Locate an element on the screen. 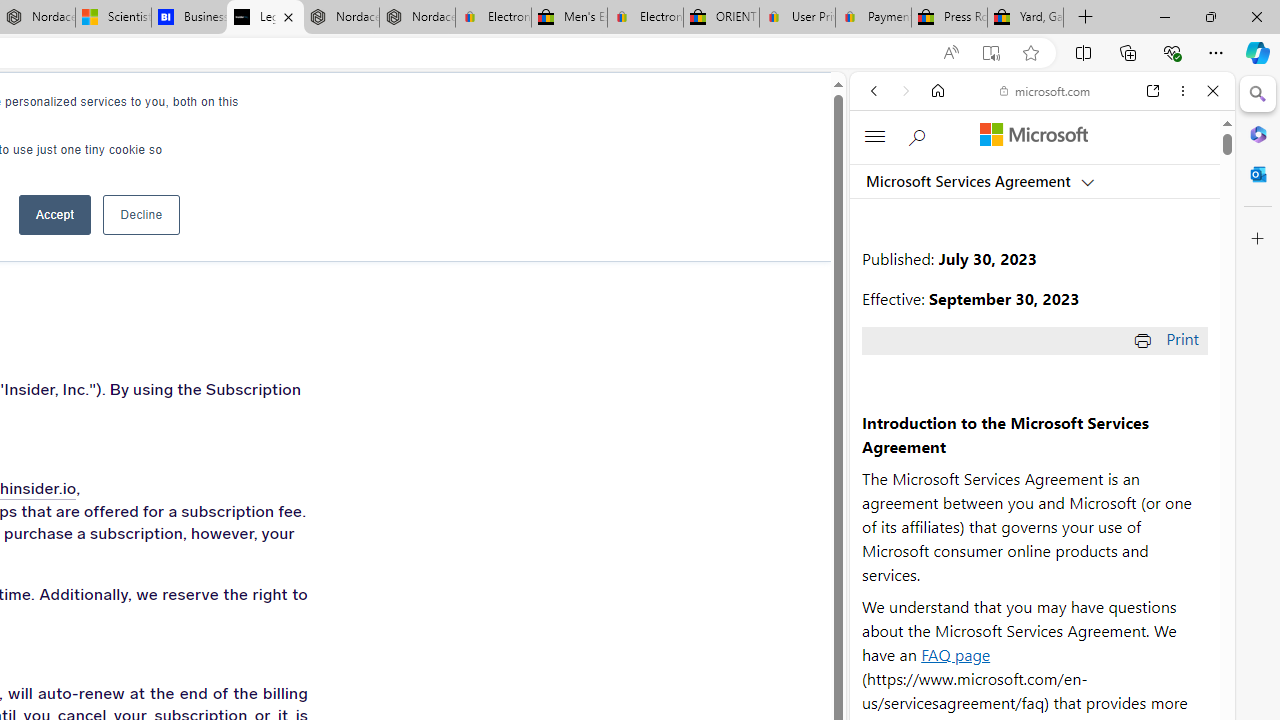  'FAQ page' is located at coordinates (955, 654).